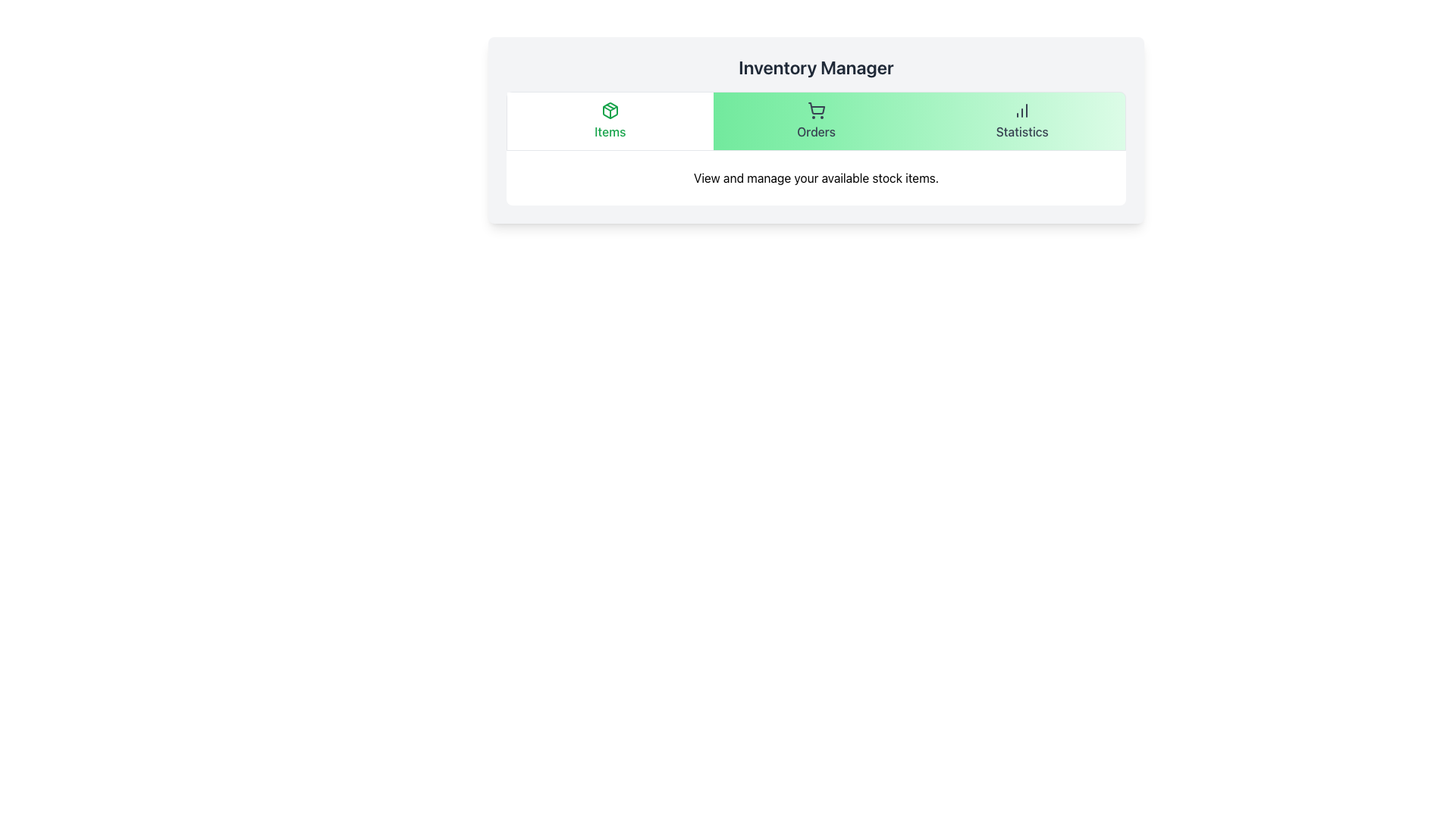 This screenshot has height=819, width=1456. Describe the element at coordinates (815, 130) in the screenshot. I see `the navigation bar sections of the inventory management interface header, which includes options like 'Items', 'Orders', and 'Statistics'` at that location.